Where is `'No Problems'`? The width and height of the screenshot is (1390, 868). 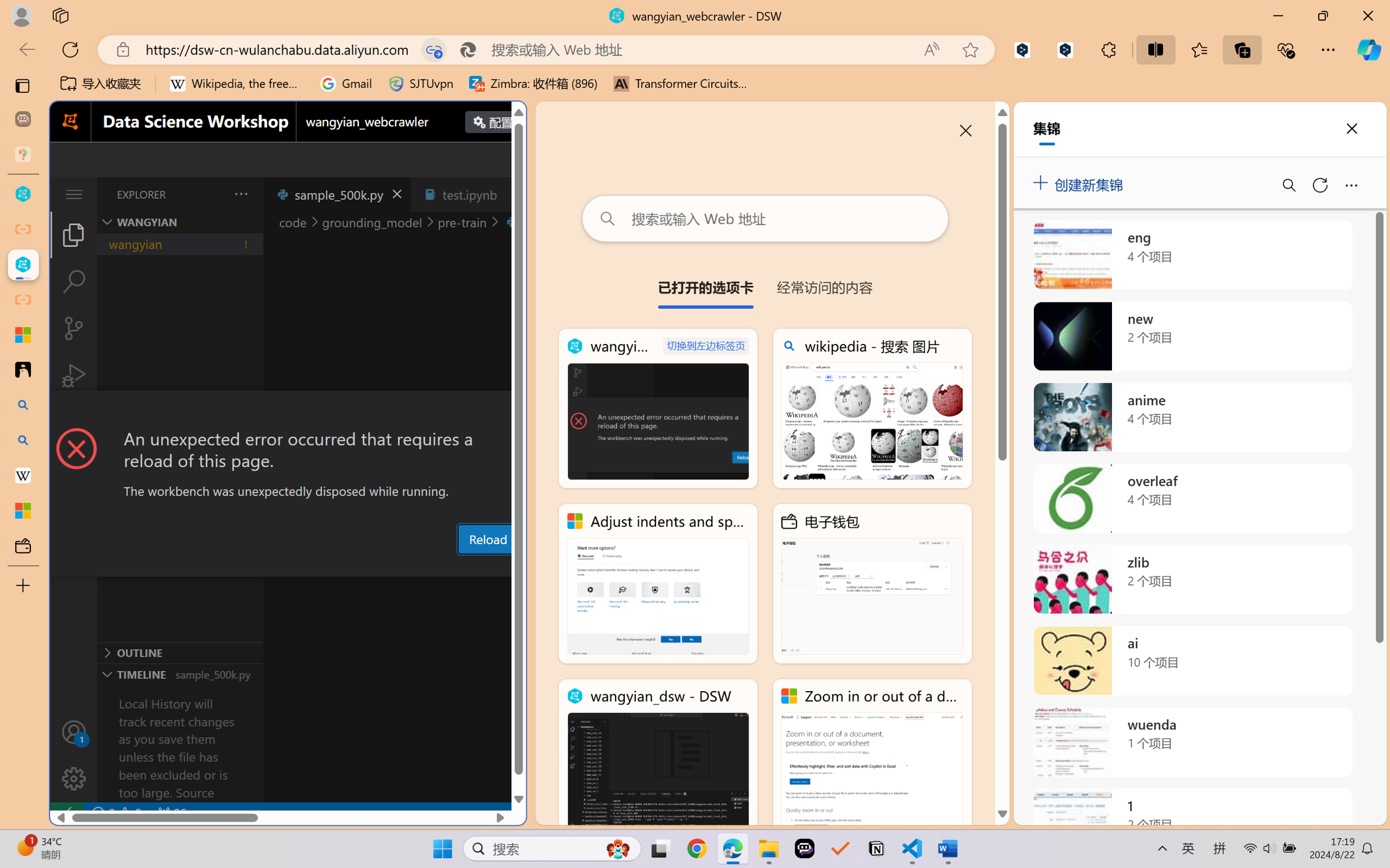 'No Problems' is located at coordinates (115, 812).